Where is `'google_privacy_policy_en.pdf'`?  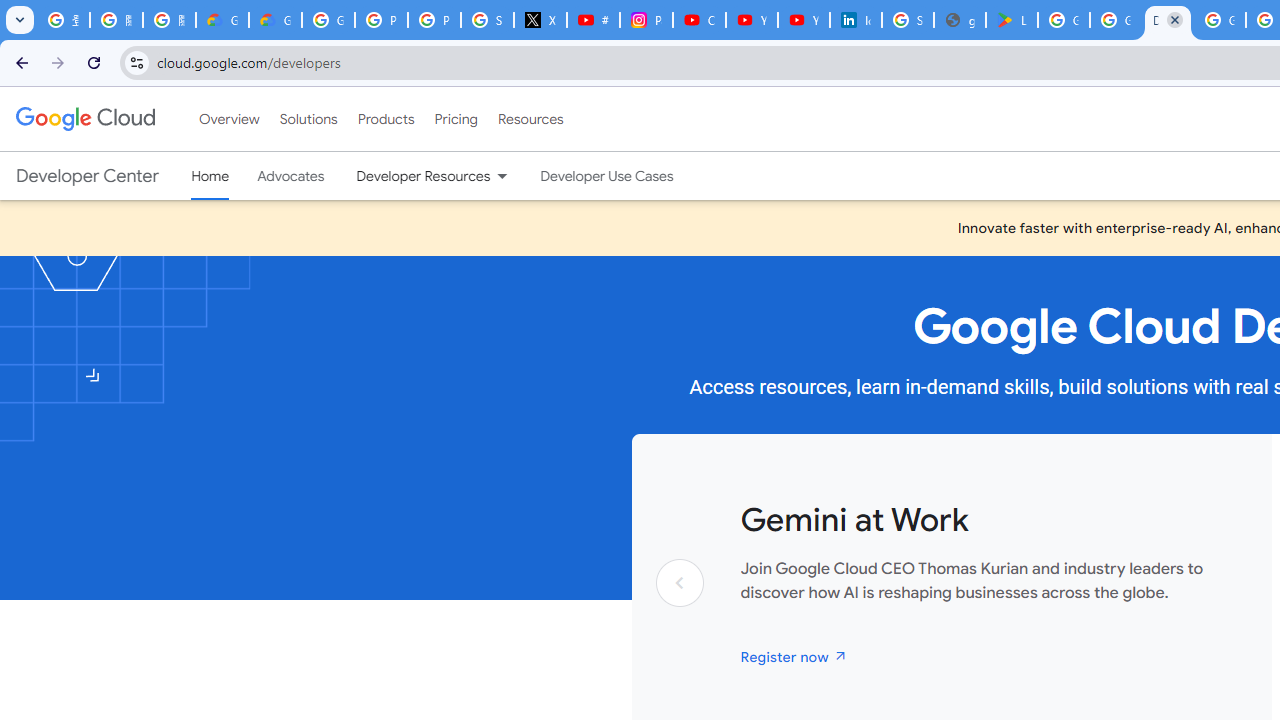
'google_privacy_policy_en.pdf' is located at coordinates (960, 20).